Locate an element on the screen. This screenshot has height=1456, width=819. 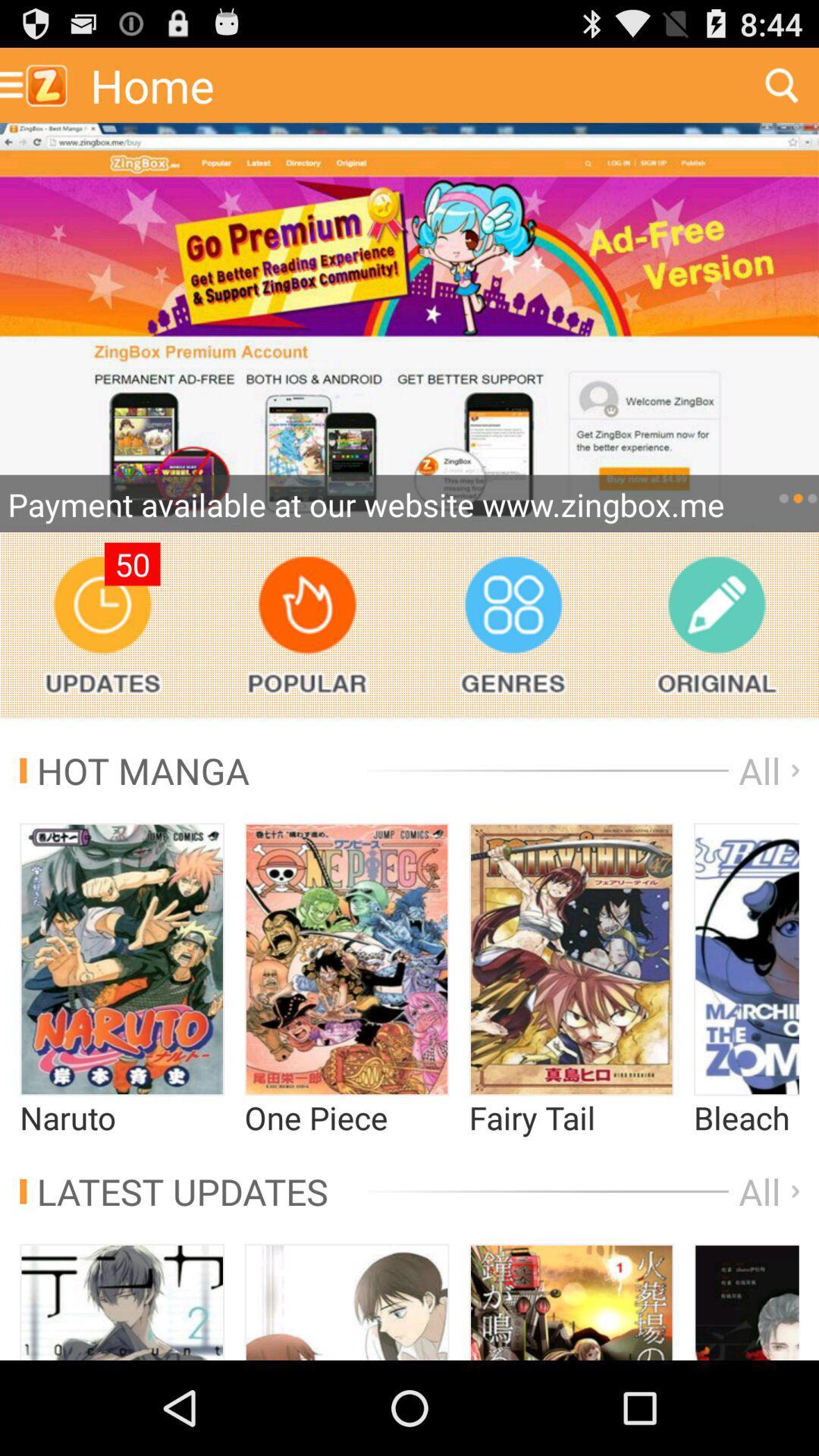
app is located at coordinates (409, 327).